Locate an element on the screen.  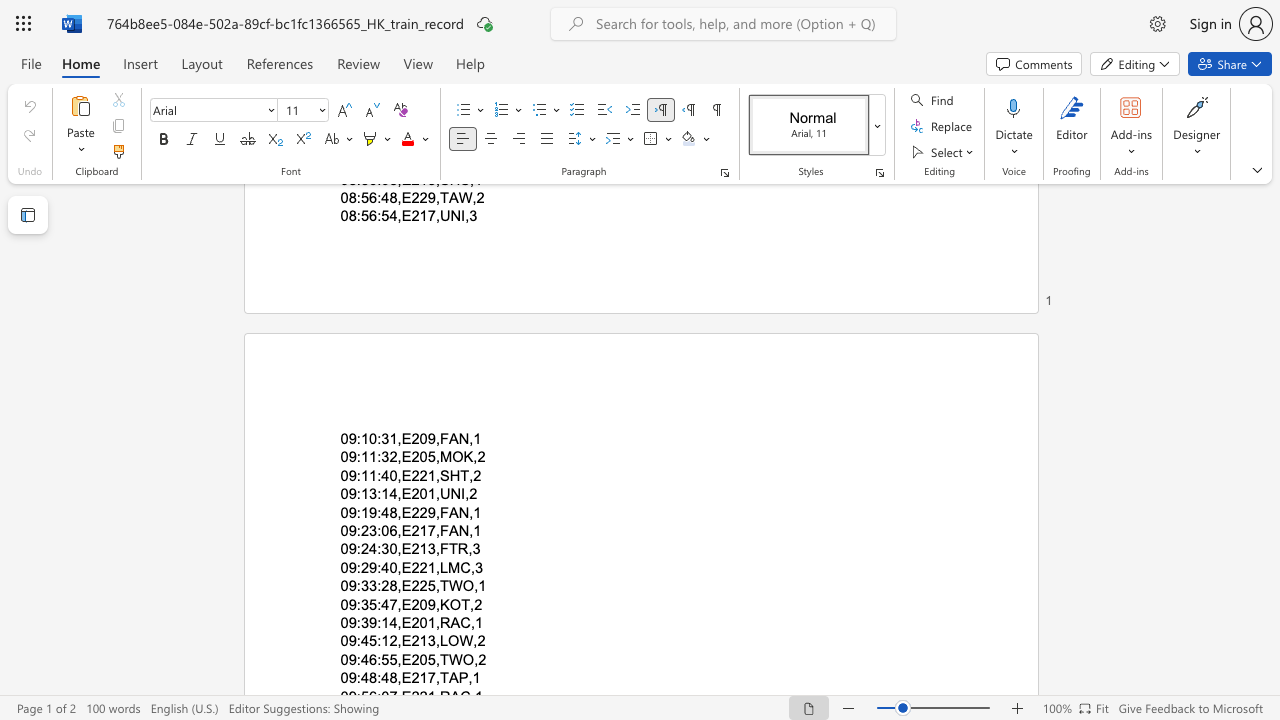
the space between the continuous character "," and "M" in the text is located at coordinates (440, 457).